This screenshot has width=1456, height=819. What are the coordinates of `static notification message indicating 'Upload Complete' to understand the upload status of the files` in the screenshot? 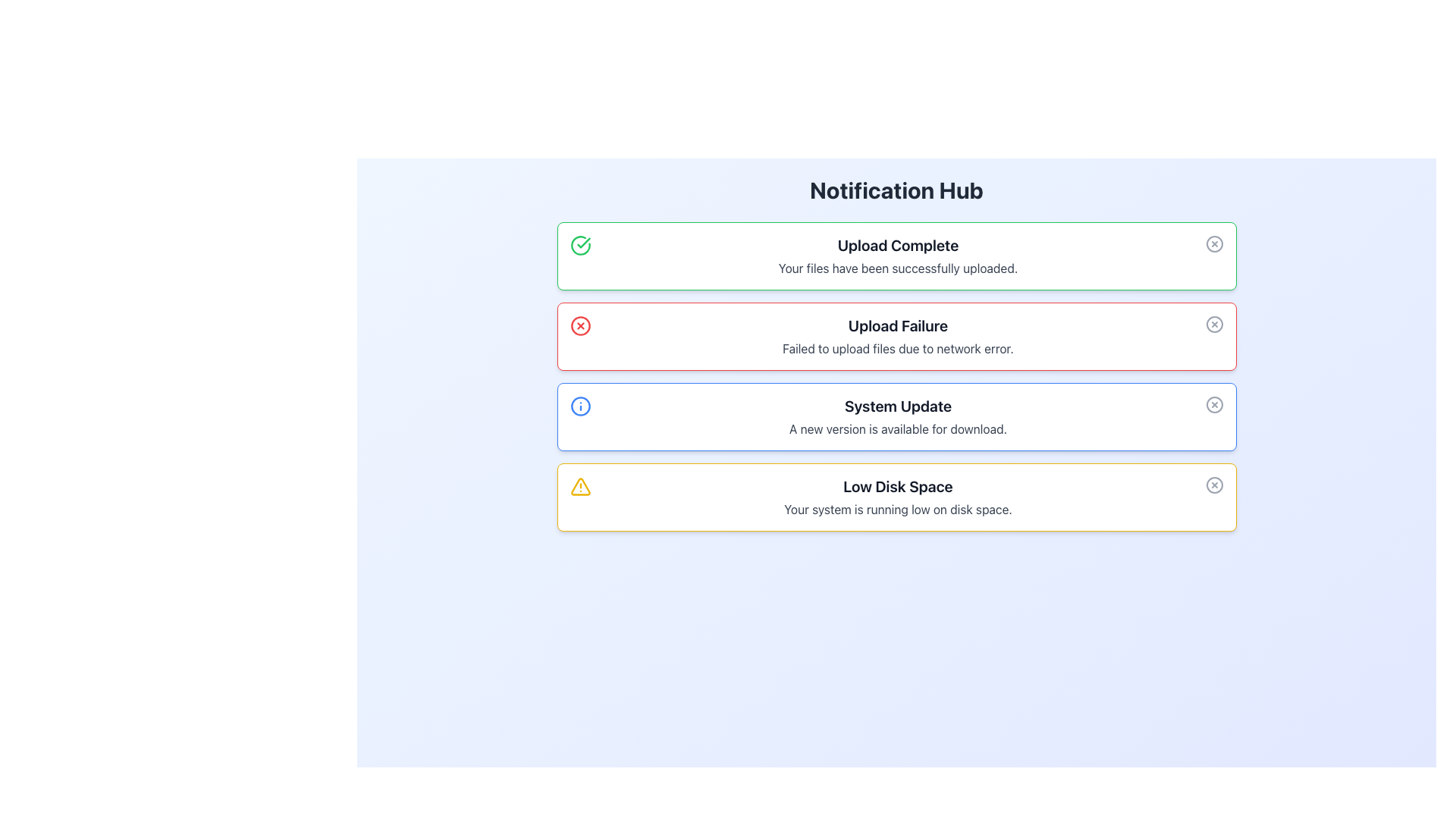 It's located at (898, 256).